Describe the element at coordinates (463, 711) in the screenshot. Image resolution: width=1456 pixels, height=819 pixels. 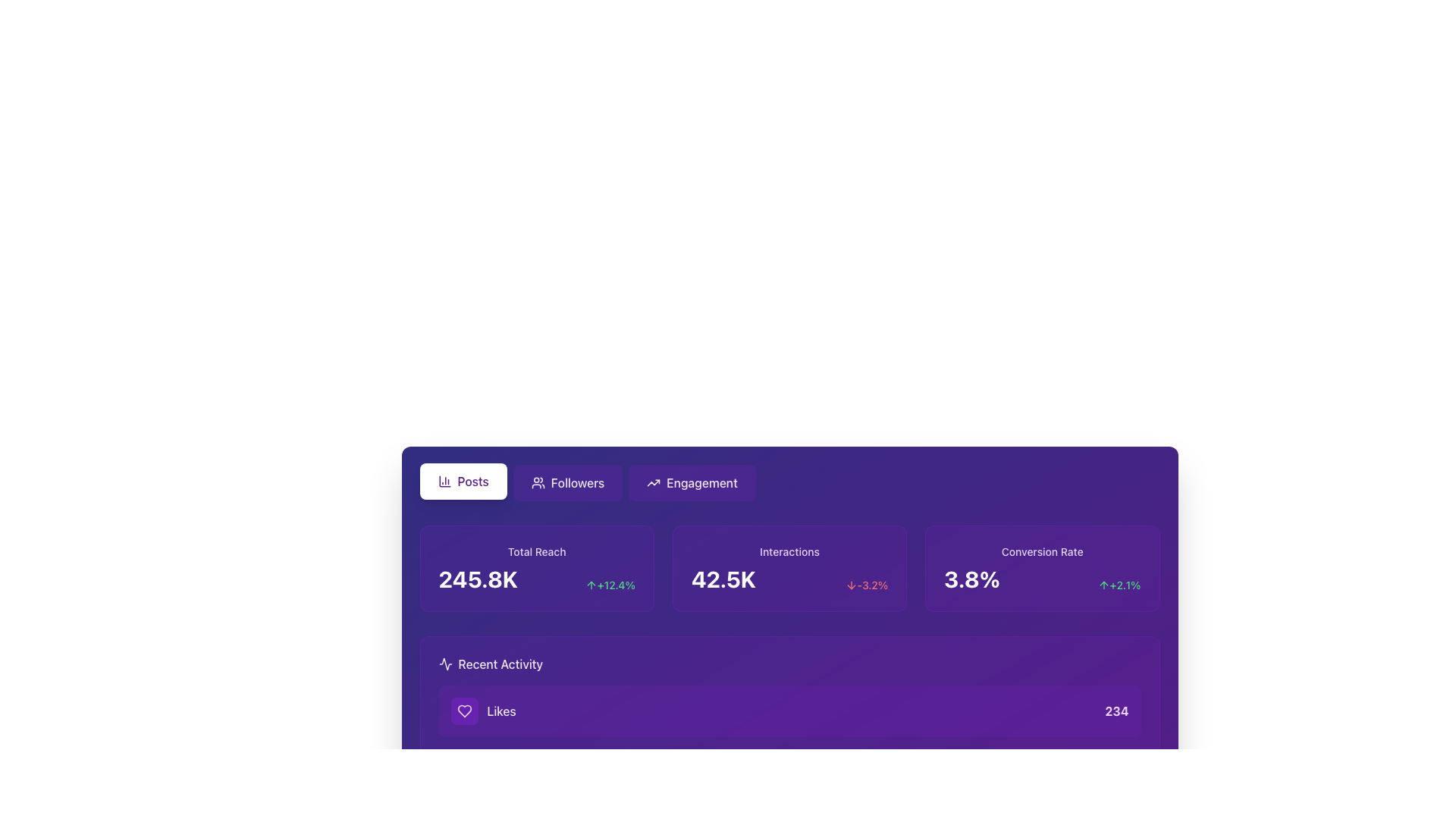
I see `the heart-shaped icon styled with purple color and a faint hollow stroke, located next to the 'Likes' text in the 'Recent Activity' section of the purple dashboard interface` at that location.